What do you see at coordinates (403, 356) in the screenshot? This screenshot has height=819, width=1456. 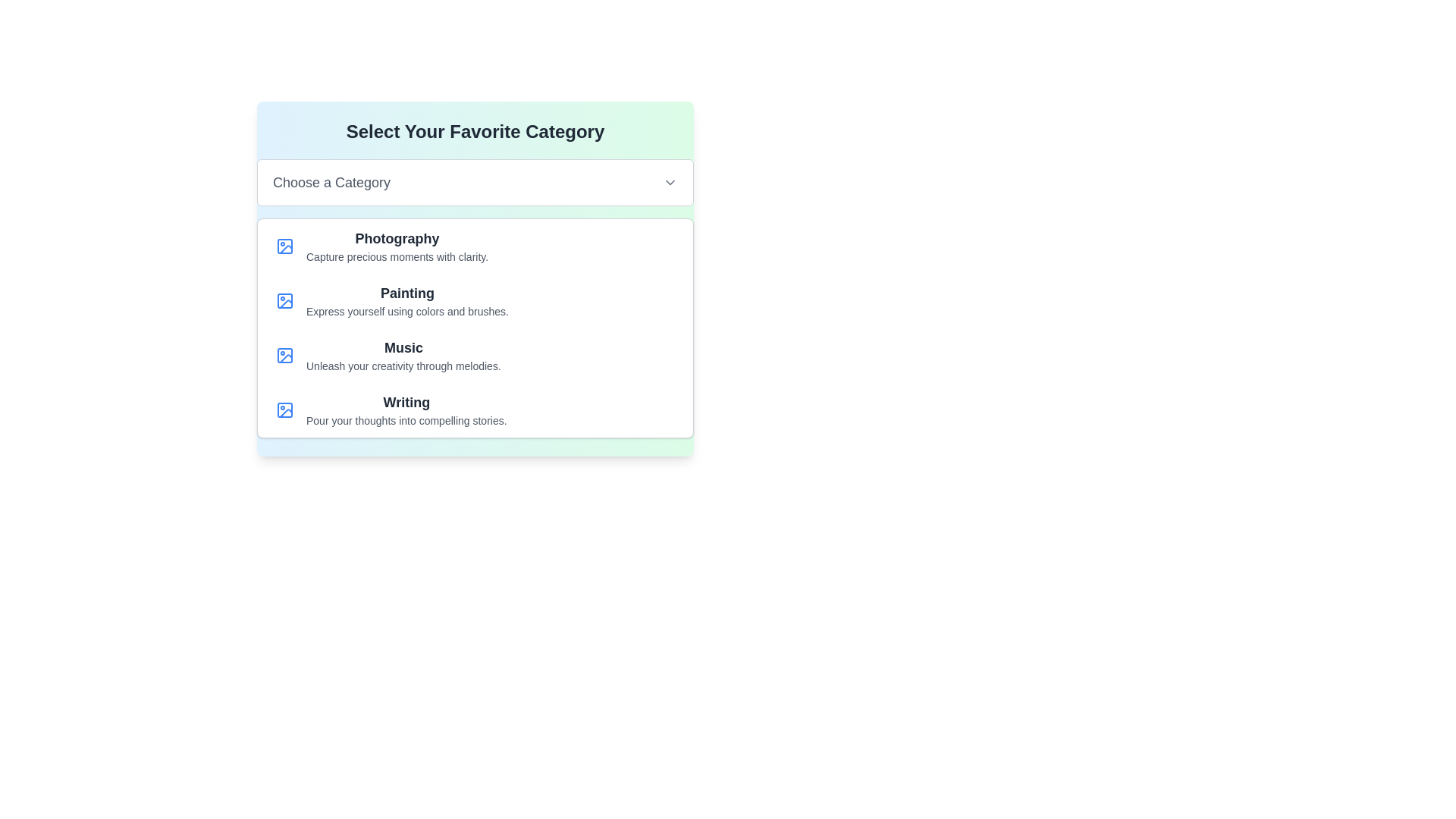 I see `the 'Music' category item, which includes a bold heading and a descriptive text` at bounding box center [403, 356].